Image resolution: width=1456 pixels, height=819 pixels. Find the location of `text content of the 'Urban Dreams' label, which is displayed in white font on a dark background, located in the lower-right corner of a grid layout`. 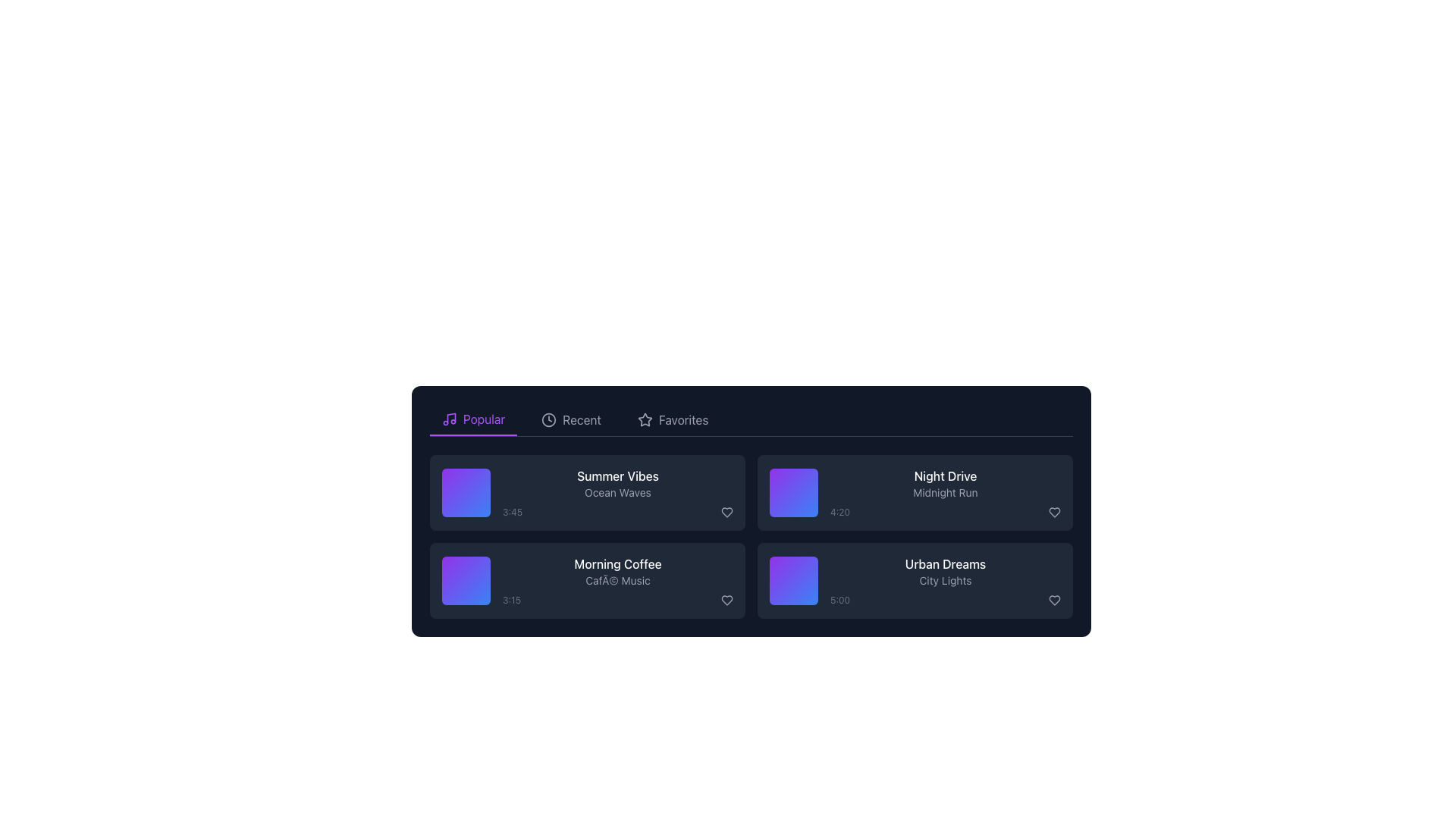

text content of the 'Urban Dreams' label, which is displayed in white font on a dark background, located in the lower-right corner of a grid layout is located at coordinates (945, 564).